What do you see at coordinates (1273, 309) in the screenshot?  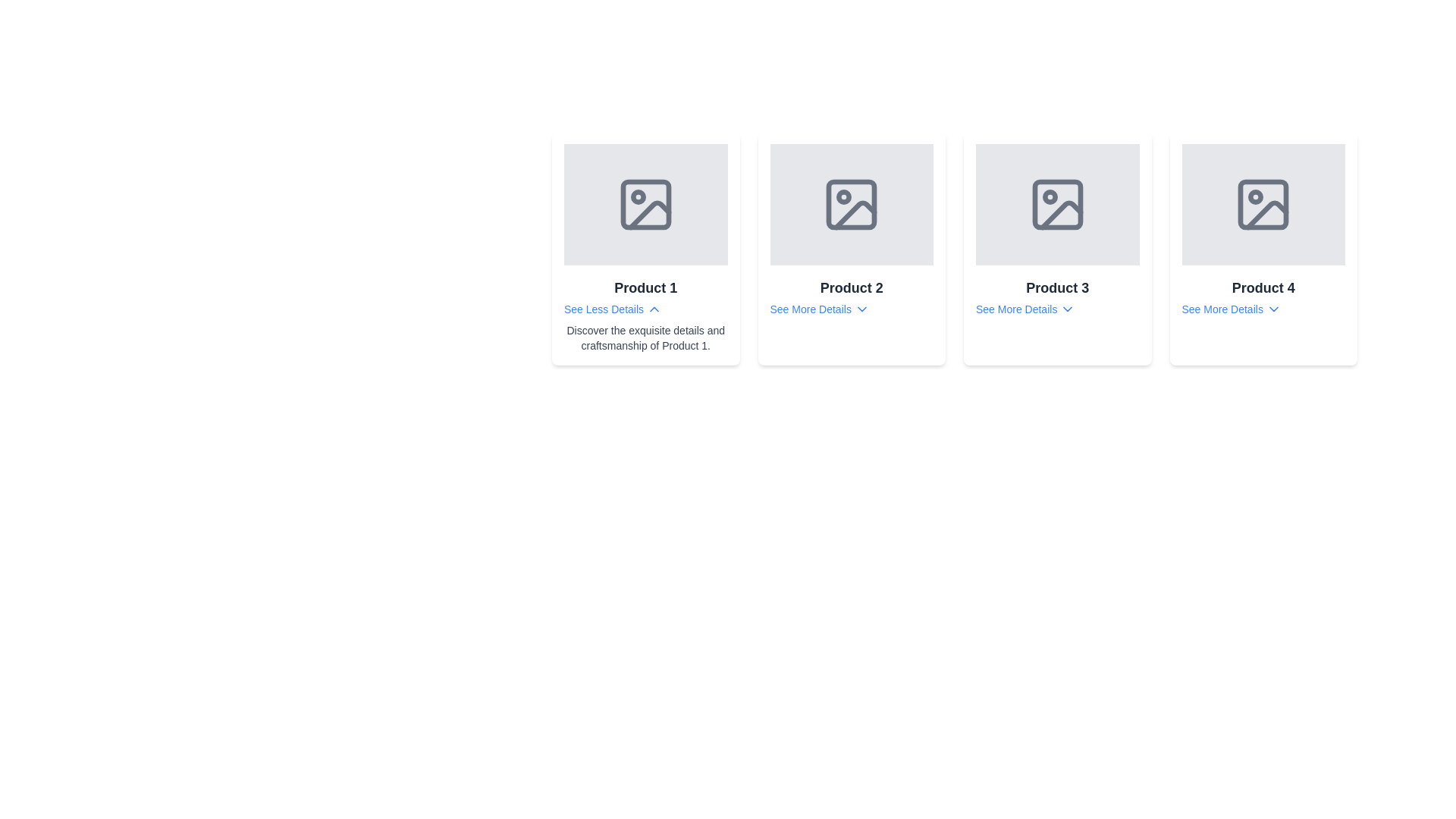 I see `the small downward-facing chevron icon located next to the 'See More Details' text in the fourth product card` at bounding box center [1273, 309].